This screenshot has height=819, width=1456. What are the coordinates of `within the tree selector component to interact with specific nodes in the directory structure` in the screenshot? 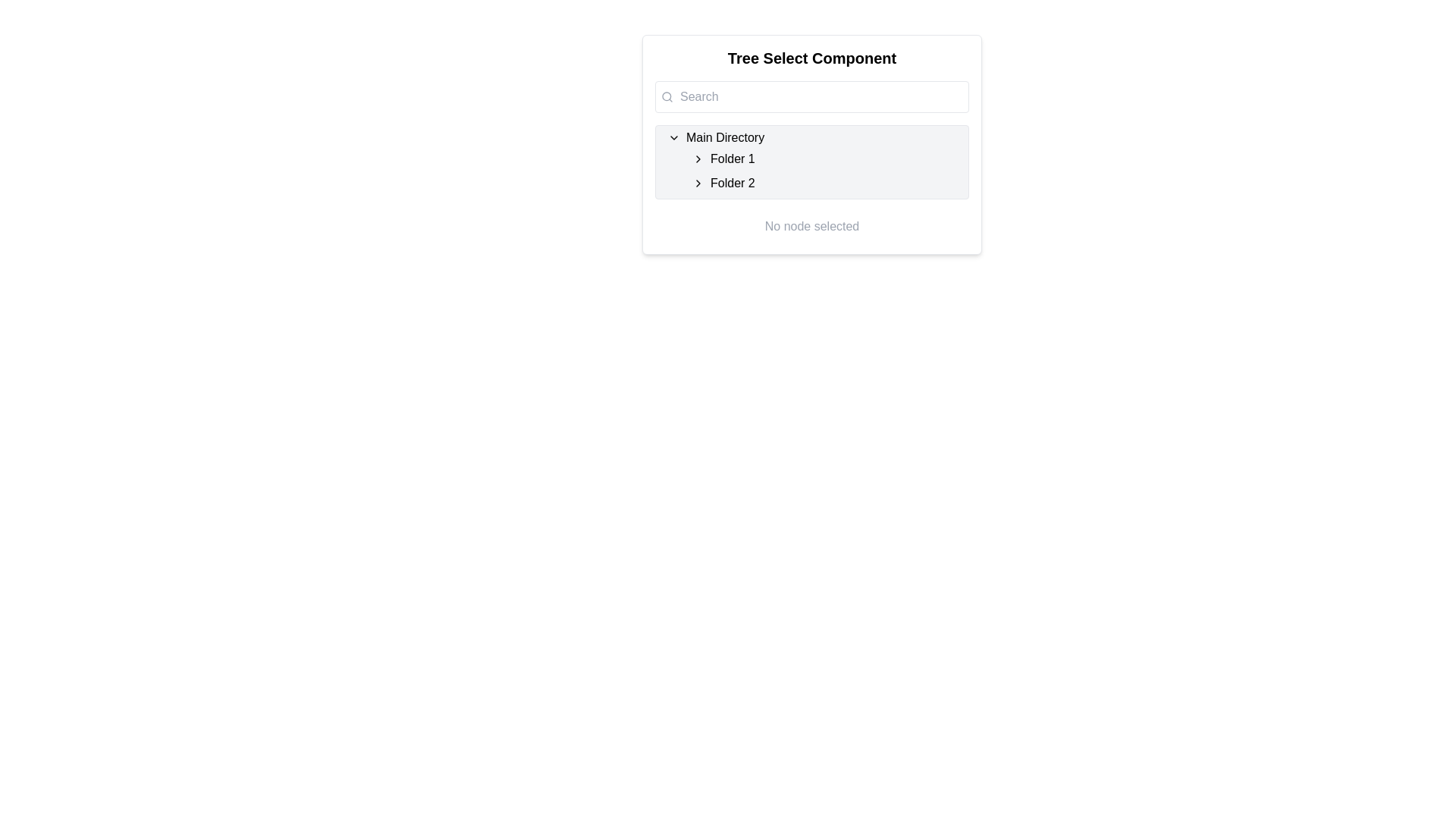 It's located at (811, 145).